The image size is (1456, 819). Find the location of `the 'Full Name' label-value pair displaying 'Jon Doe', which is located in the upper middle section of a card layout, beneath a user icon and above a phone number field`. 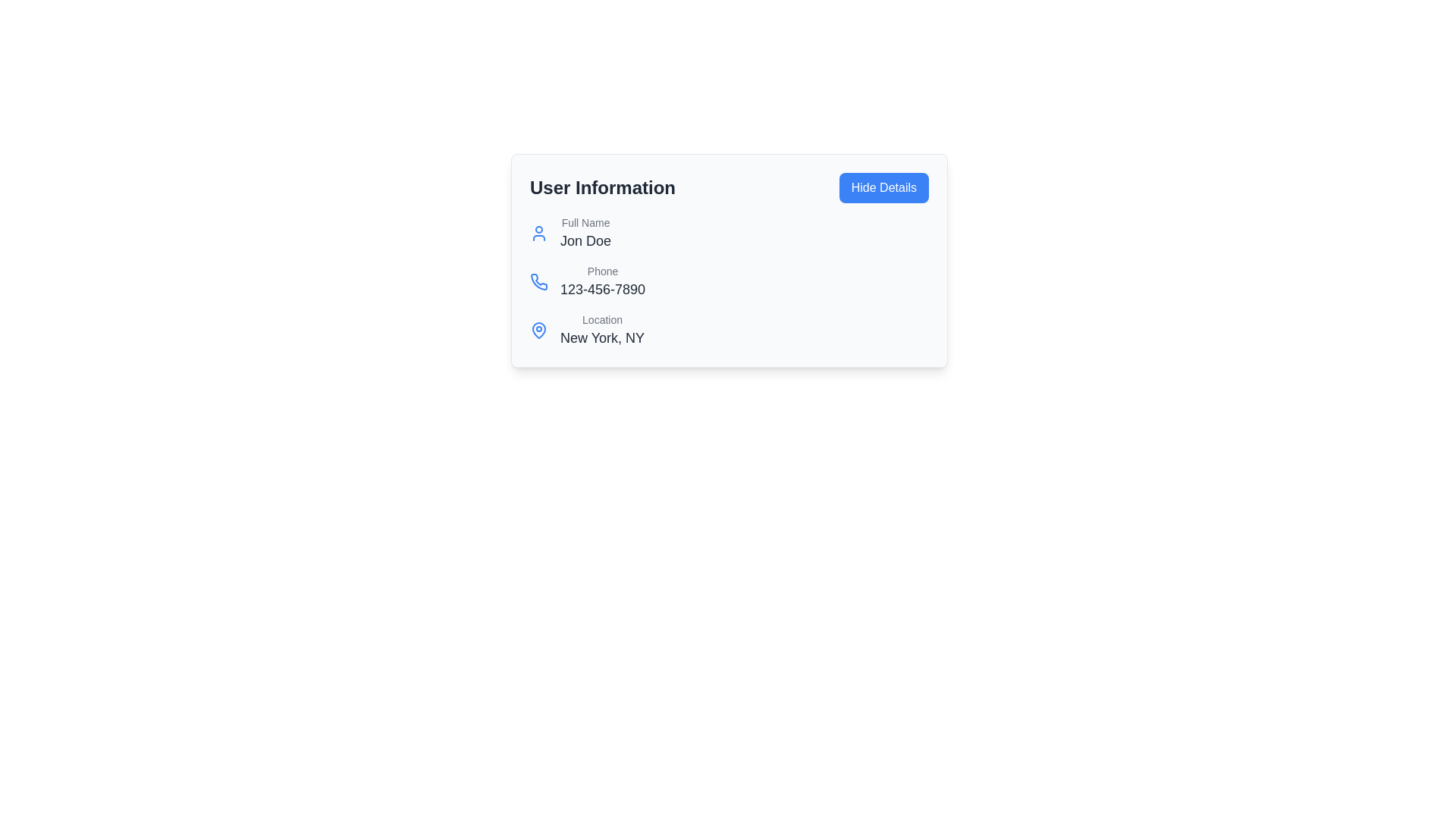

the 'Full Name' label-value pair displaying 'Jon Doe', which is located in the upper middle section of a card layout, beneath a user icon and above a phone number field is located at coordinates (585, 234).